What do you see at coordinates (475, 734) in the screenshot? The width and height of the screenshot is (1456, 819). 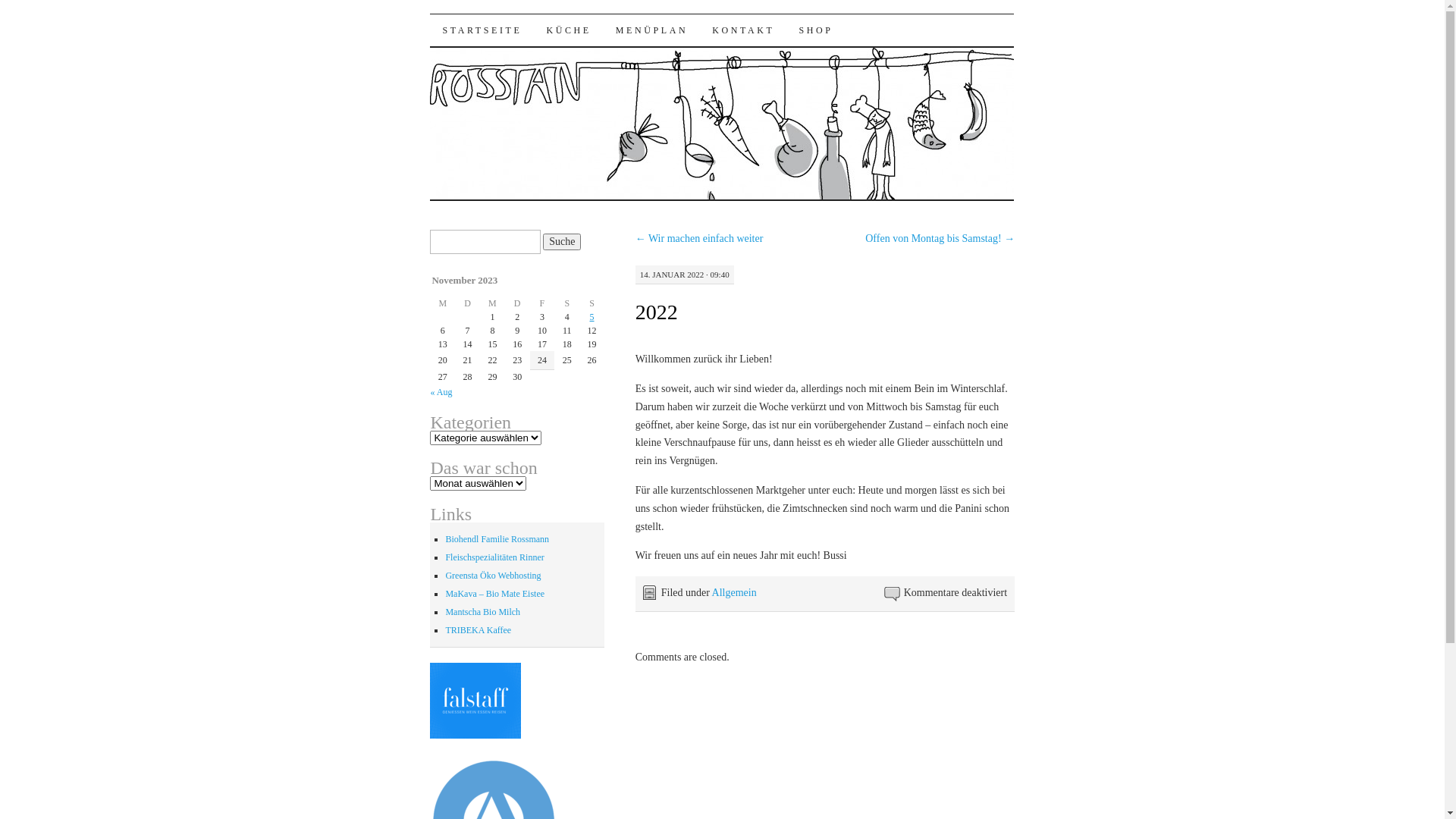 I see `'Rossian in '` at bounding box center [475, 734].